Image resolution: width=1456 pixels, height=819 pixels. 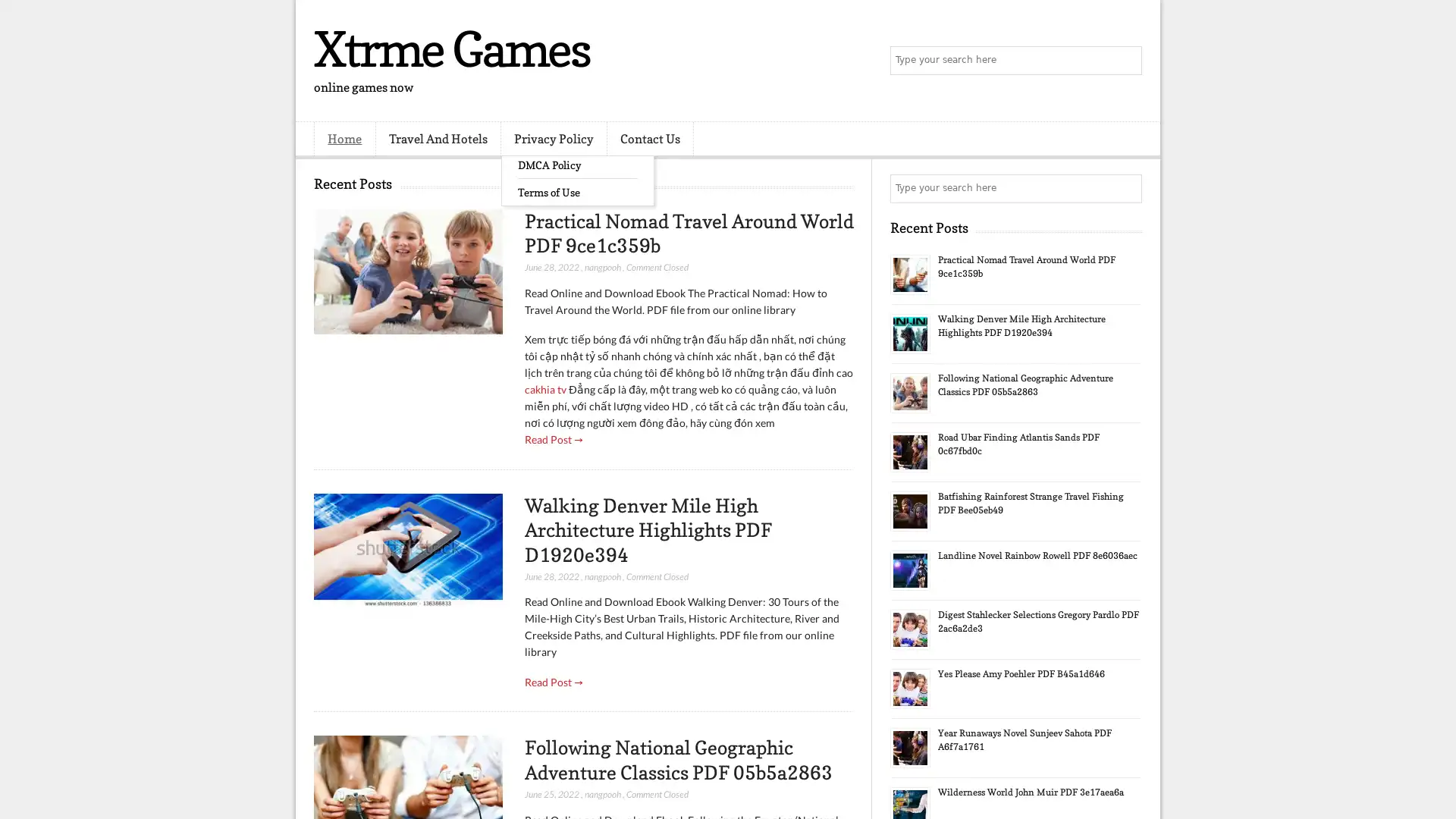 What do you see at coordinates (1126, 188) in the screenshot?
I see `Search` at bounding box center [1126, 188].